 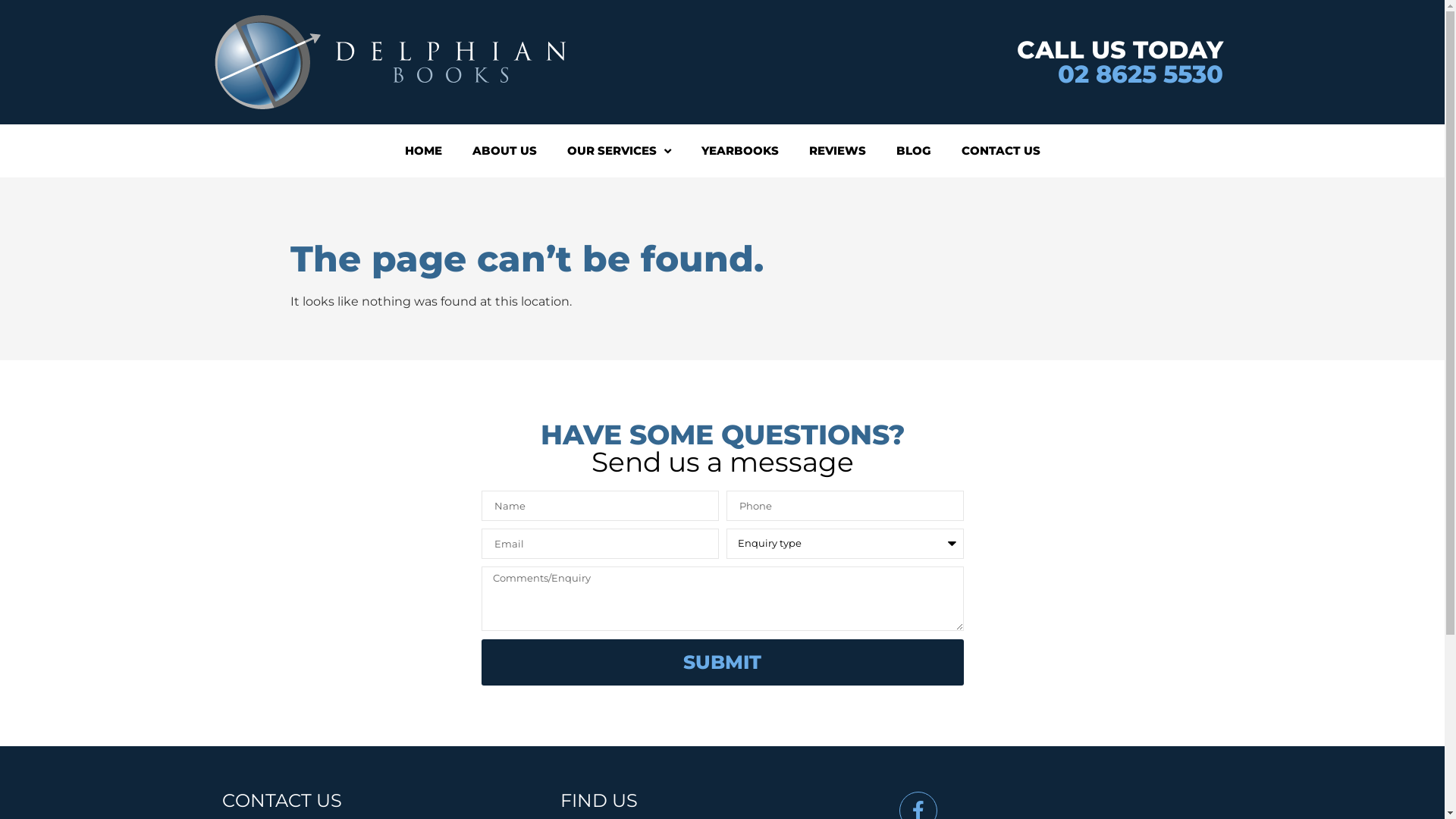 What do you see at coordinates (912, 151) in the screenshot?
I see `'BLOG'` at bounding box center [912, 151].